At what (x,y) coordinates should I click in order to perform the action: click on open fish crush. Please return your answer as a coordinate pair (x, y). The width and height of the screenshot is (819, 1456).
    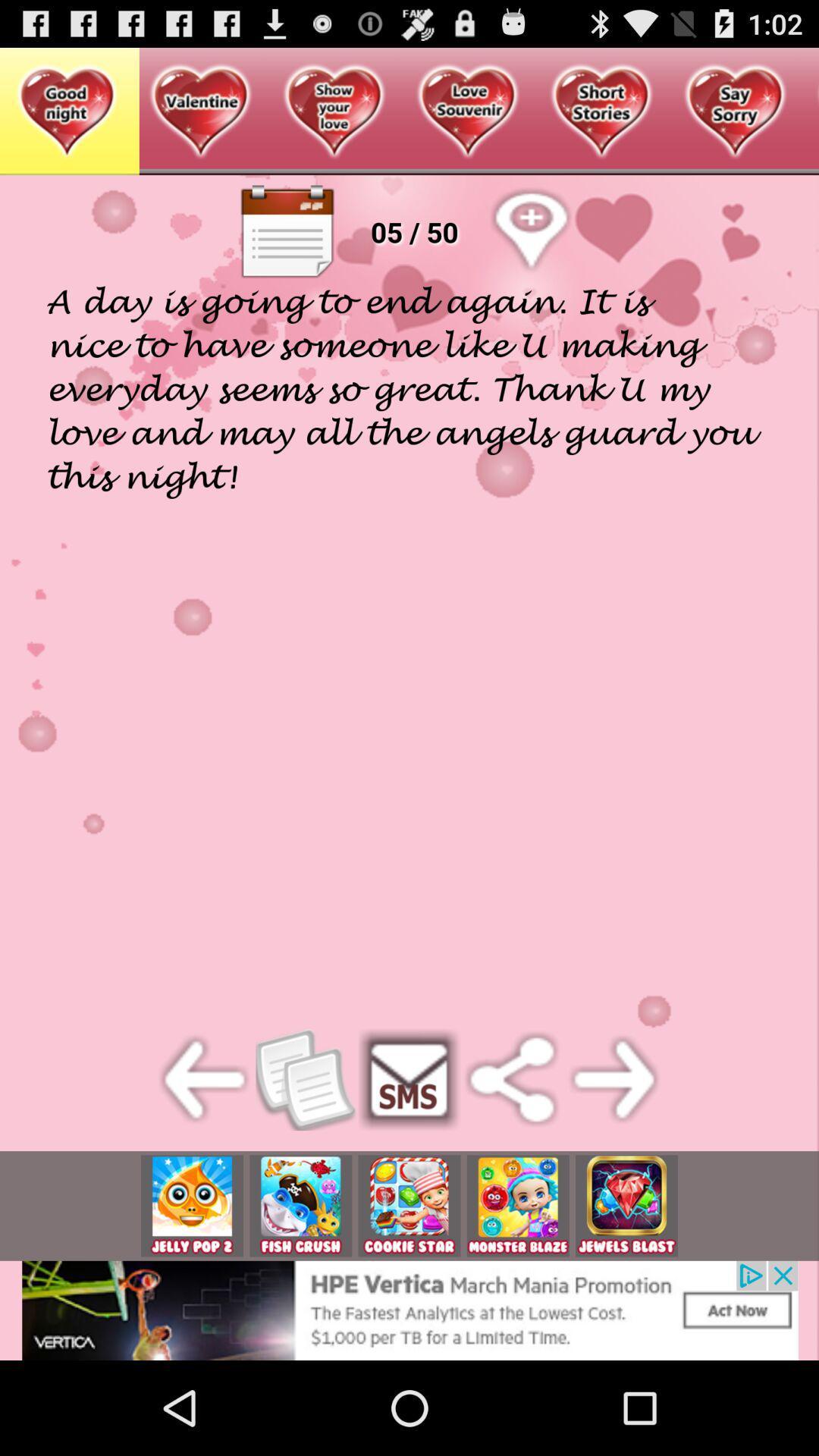
    Looking at the image, I should click on (300, 1205).